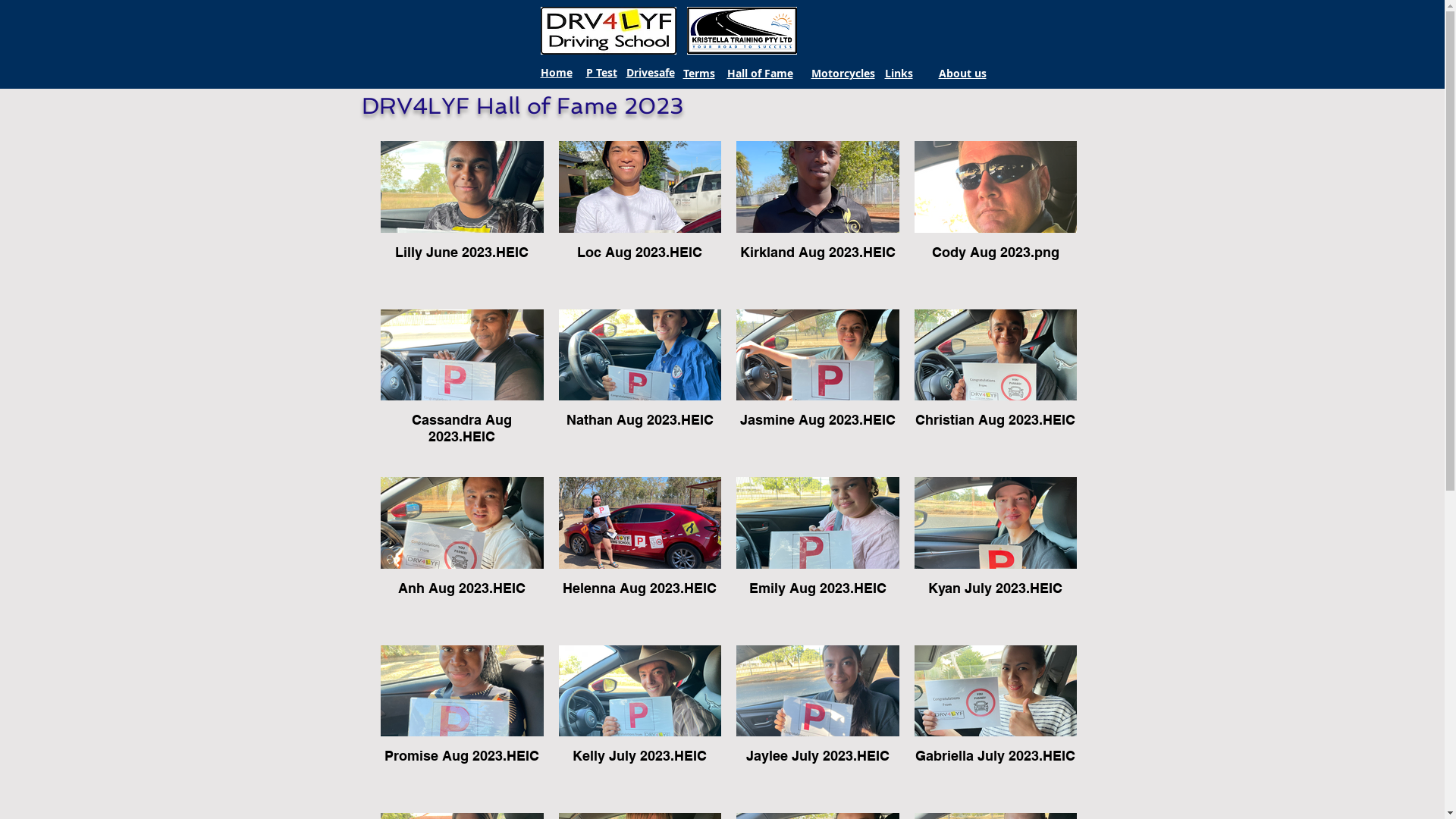  What do you see at coordinates (682, 73) in the screenshot?
I see `'Terms'` at bounding box center [682, 73].